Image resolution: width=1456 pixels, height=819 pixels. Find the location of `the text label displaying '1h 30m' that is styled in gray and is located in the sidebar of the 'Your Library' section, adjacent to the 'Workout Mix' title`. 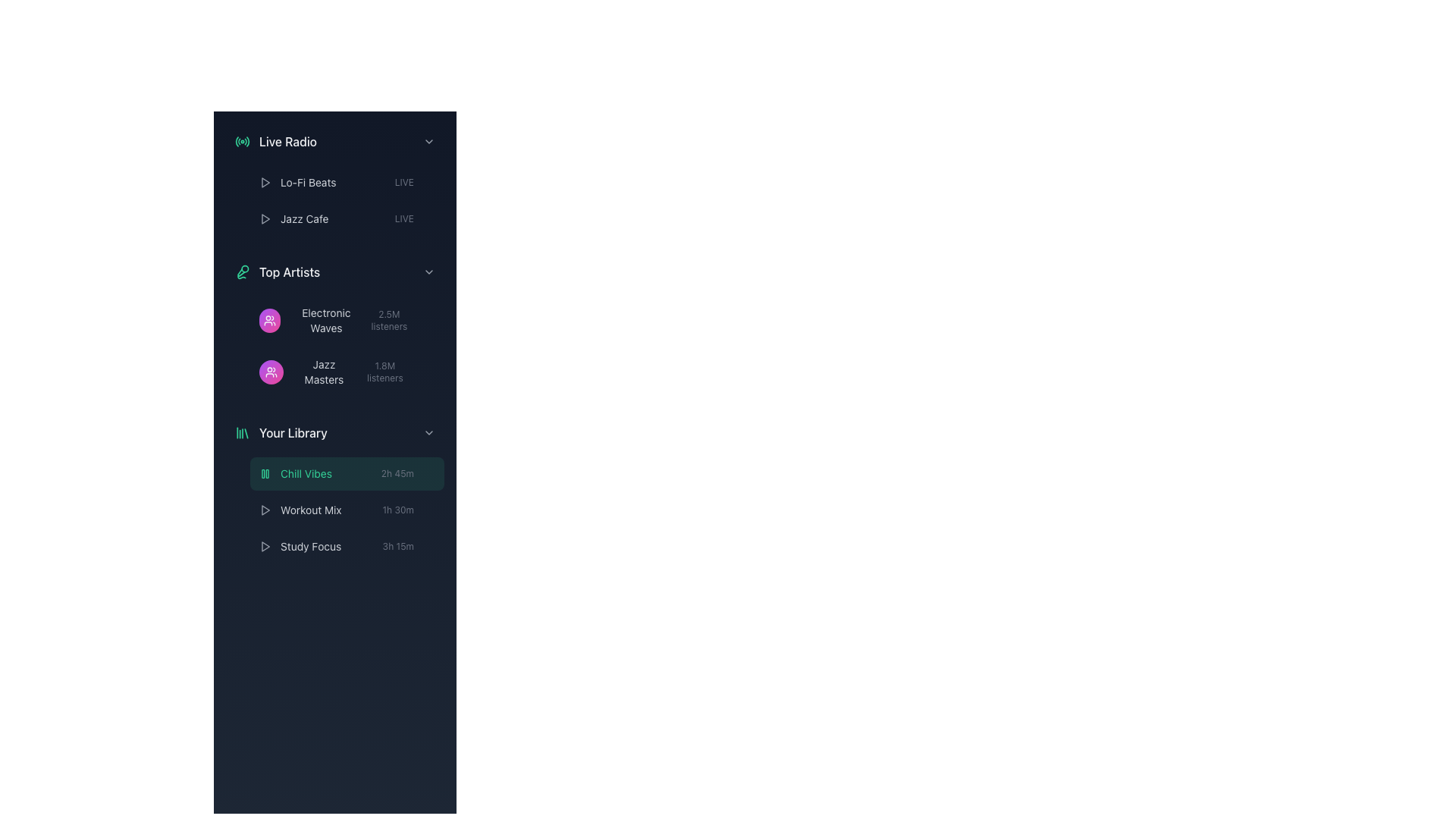

the text label displaying '1h 30m' that is styled in gray and is located in the sidebar of the 'Your Library' section, adjacent to the 'Workout Mix' title is located at coordinates (409, 510).